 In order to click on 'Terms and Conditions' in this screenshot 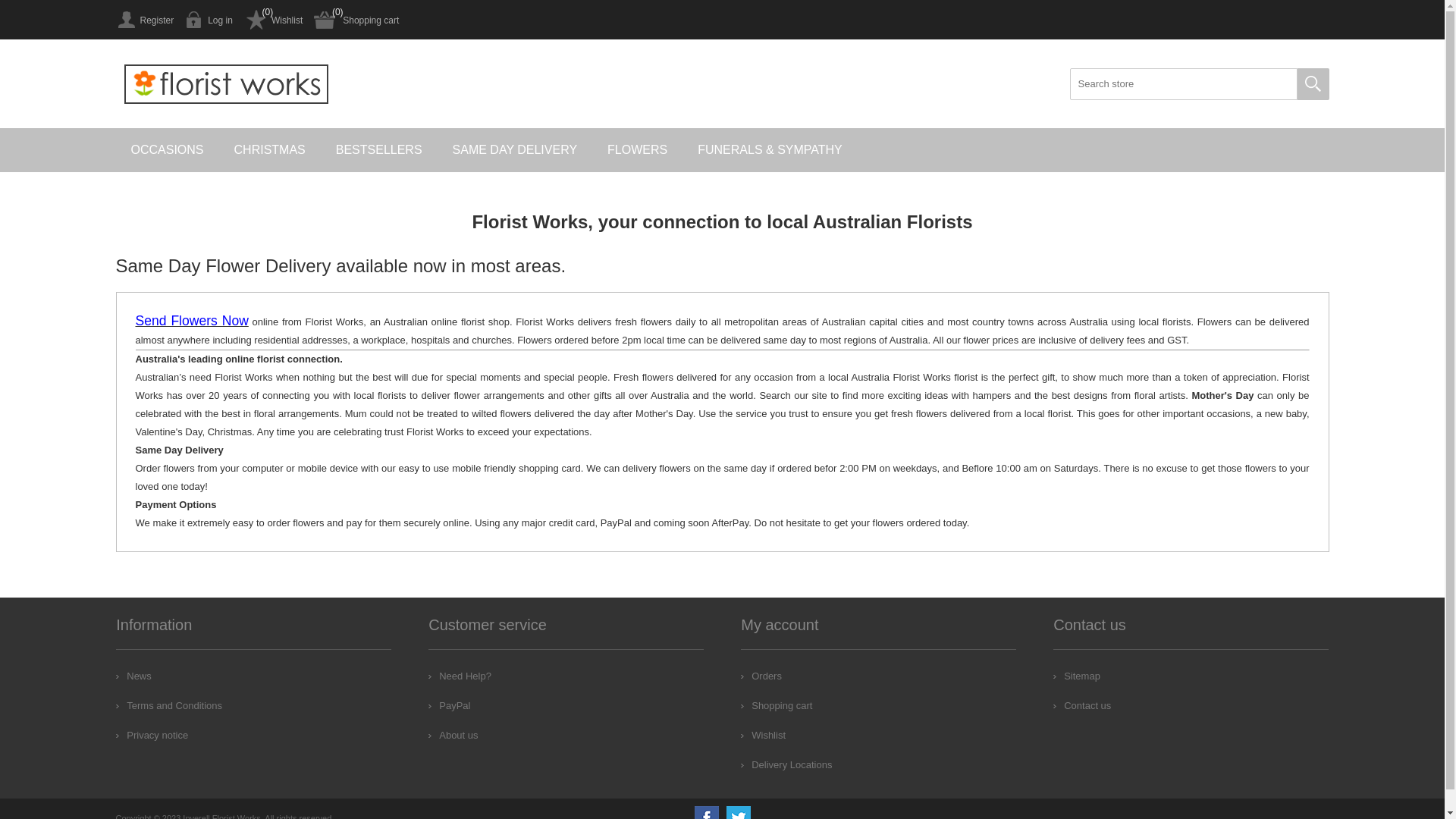, I will do `click(168, 705)`.